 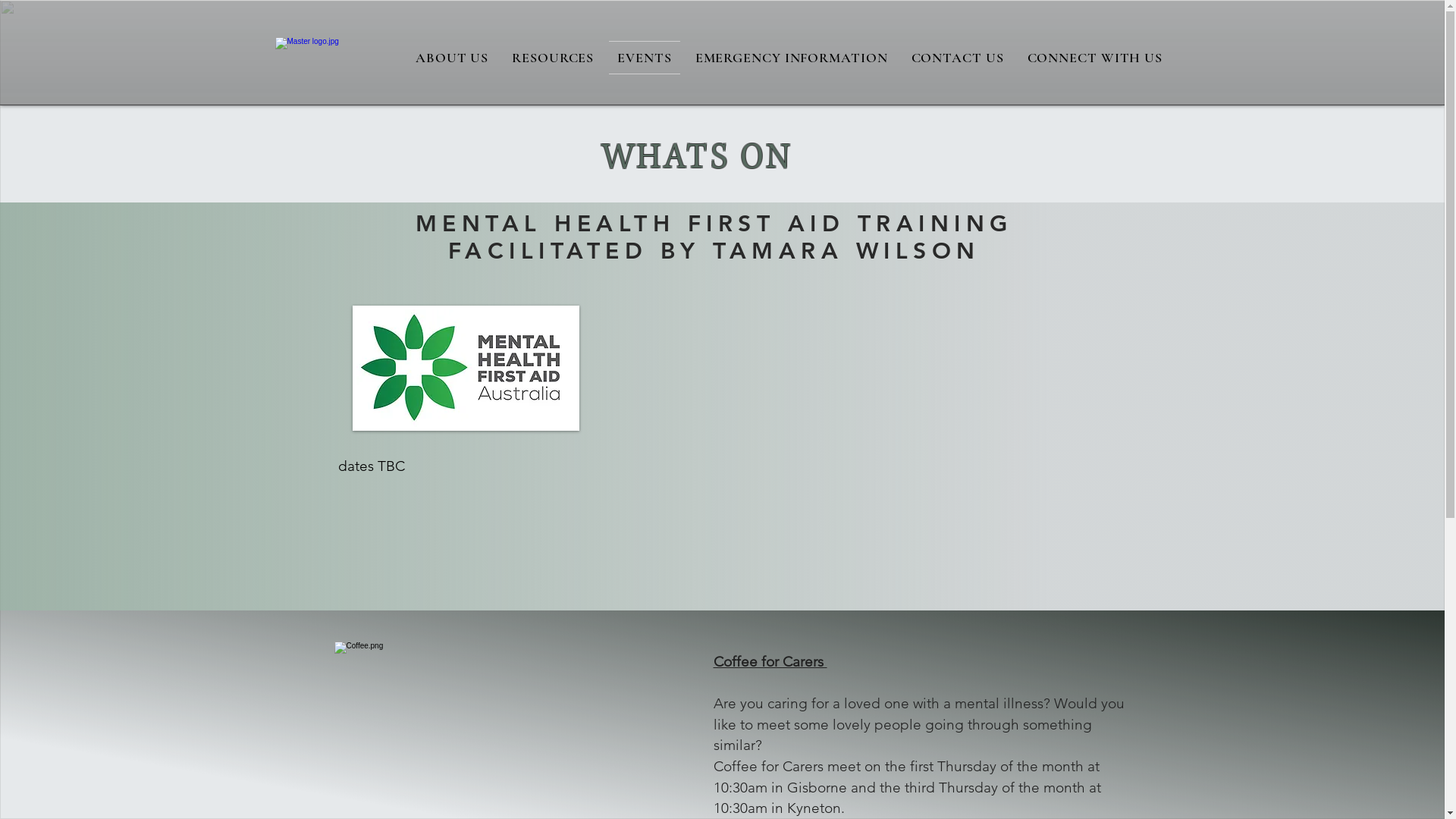 I want to click on 'ABOUT US', so click(x=450, y=57).